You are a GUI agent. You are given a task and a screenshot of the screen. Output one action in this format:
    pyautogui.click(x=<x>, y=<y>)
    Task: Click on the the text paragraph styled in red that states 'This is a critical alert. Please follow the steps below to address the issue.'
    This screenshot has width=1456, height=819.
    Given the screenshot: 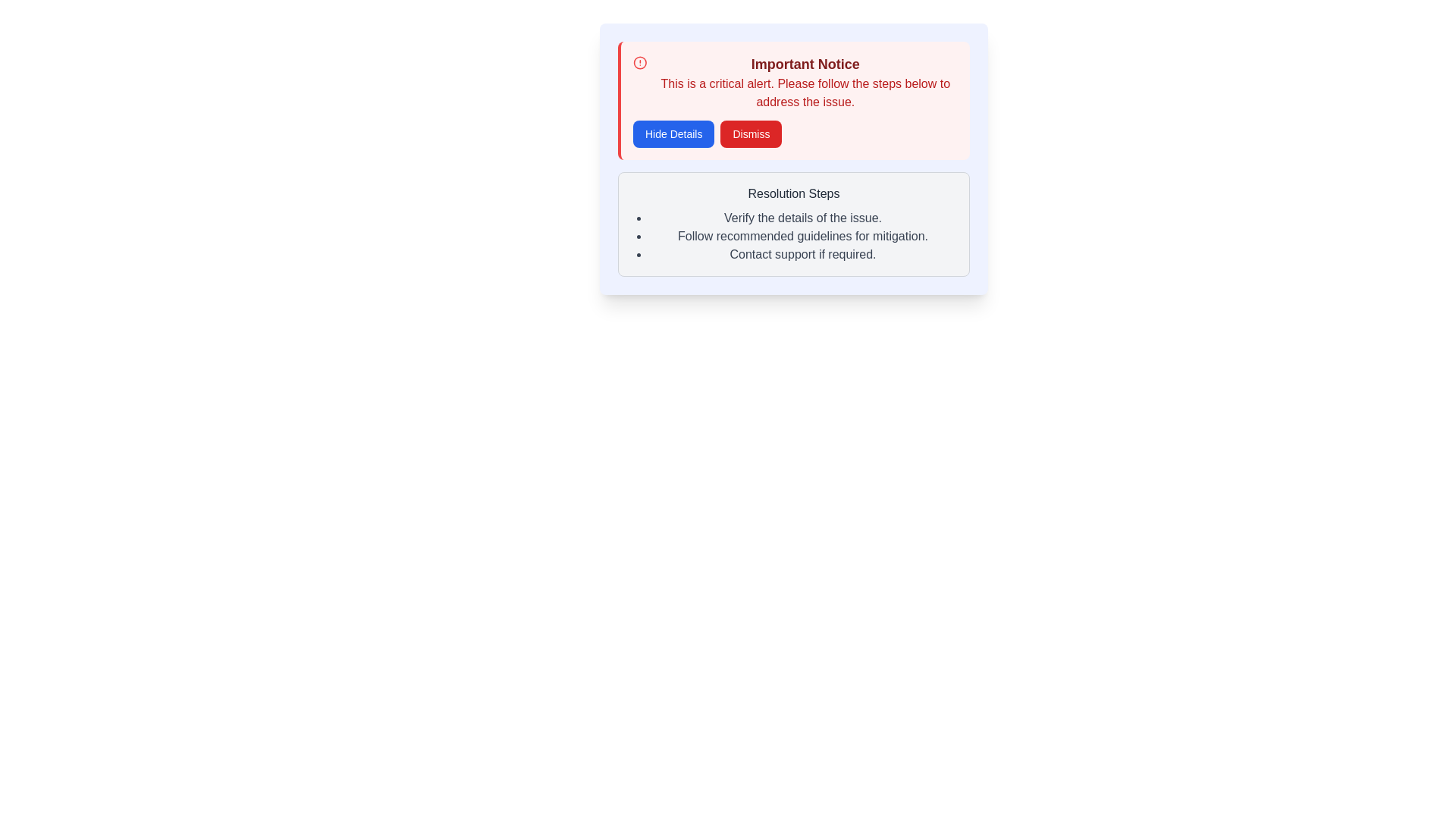 What is the action you would take?
    pyautogui.click(x=805, y=93)
    